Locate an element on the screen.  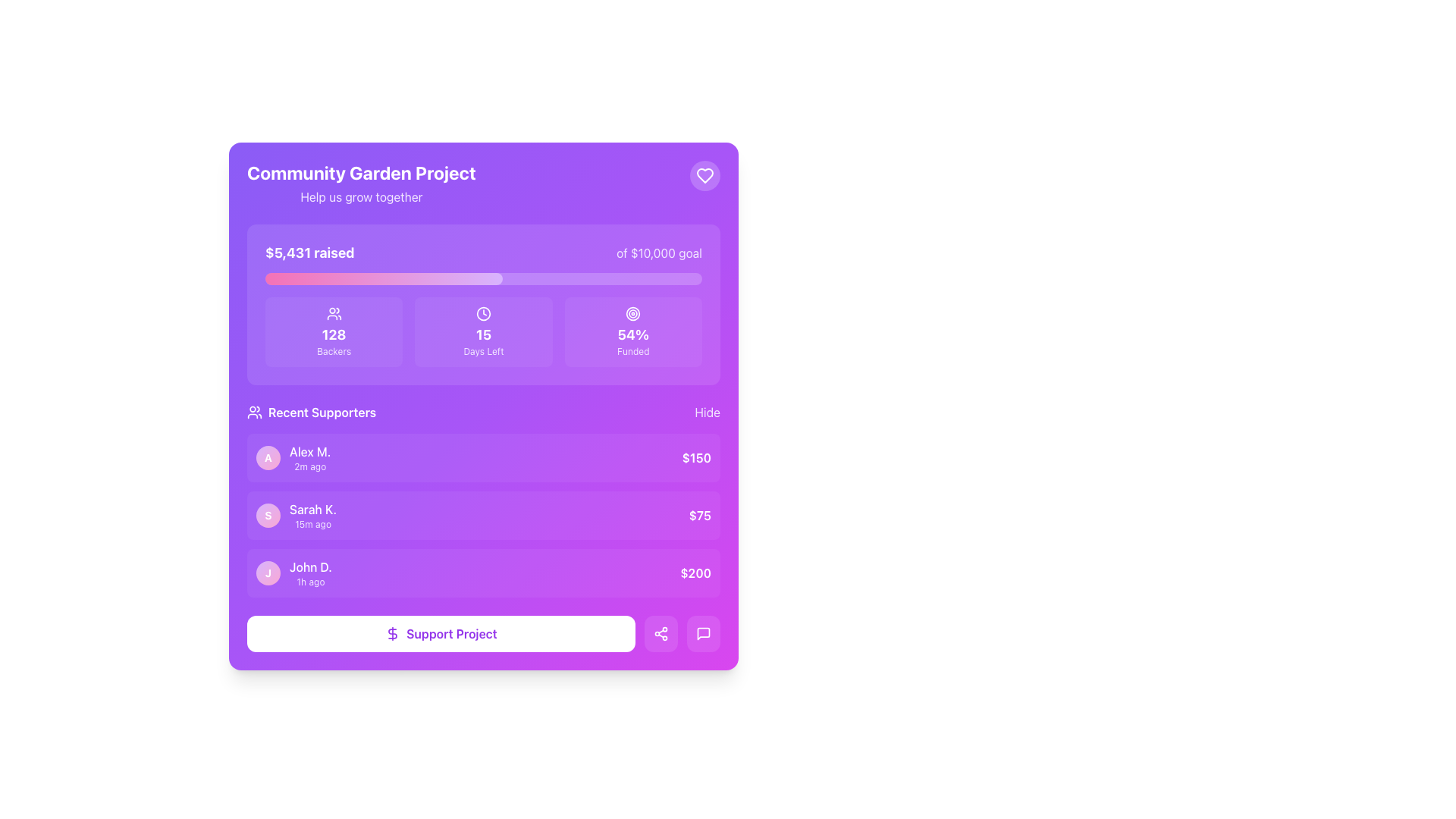
the bold white text displaying the amount '$200' in the bottom-right corner of the 'Recent Supporters' list, which is set against a purple background is located at coordinates (695, 573).